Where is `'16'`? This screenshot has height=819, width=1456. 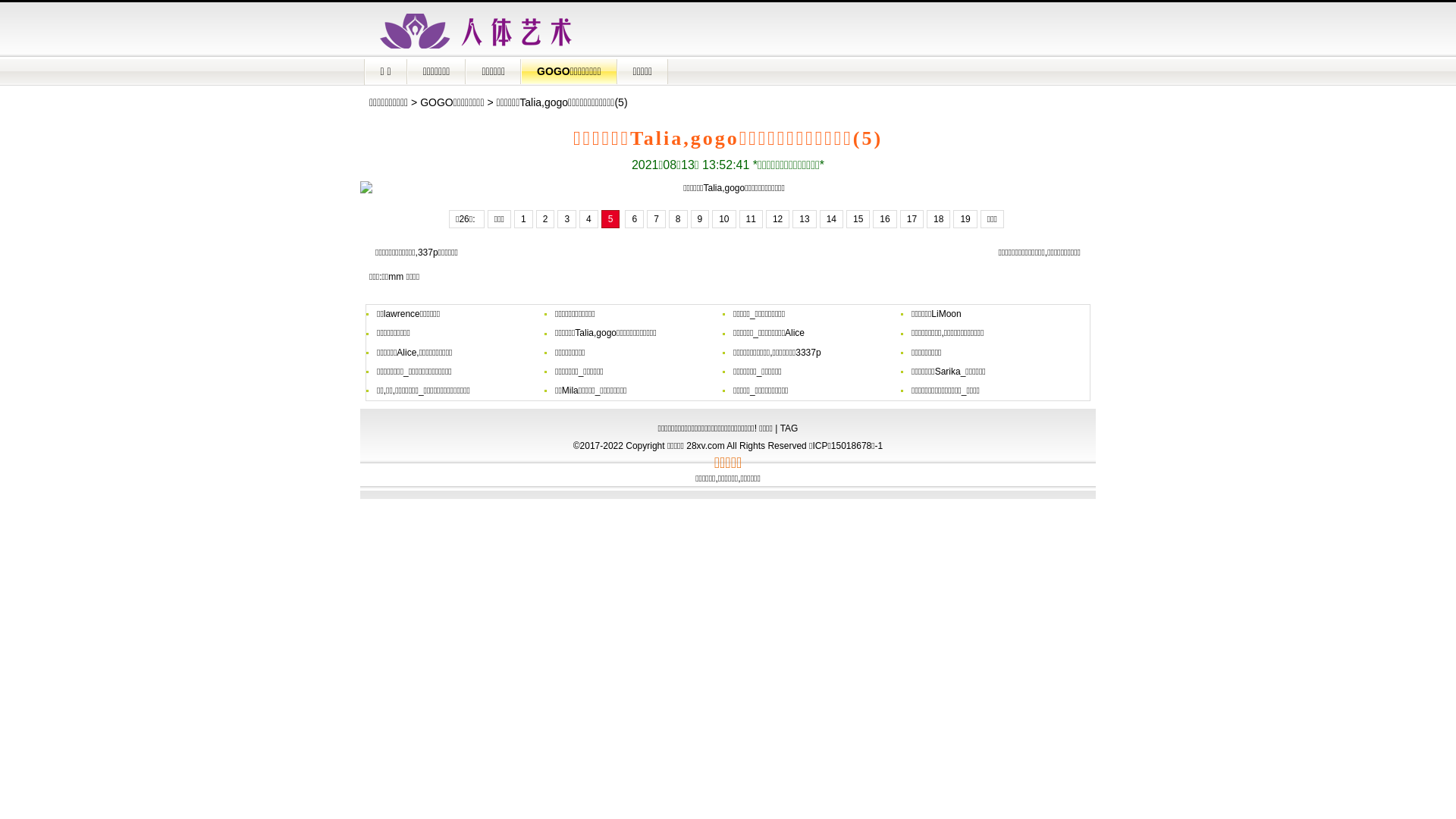
'16' is located at coordinates (884, 219).